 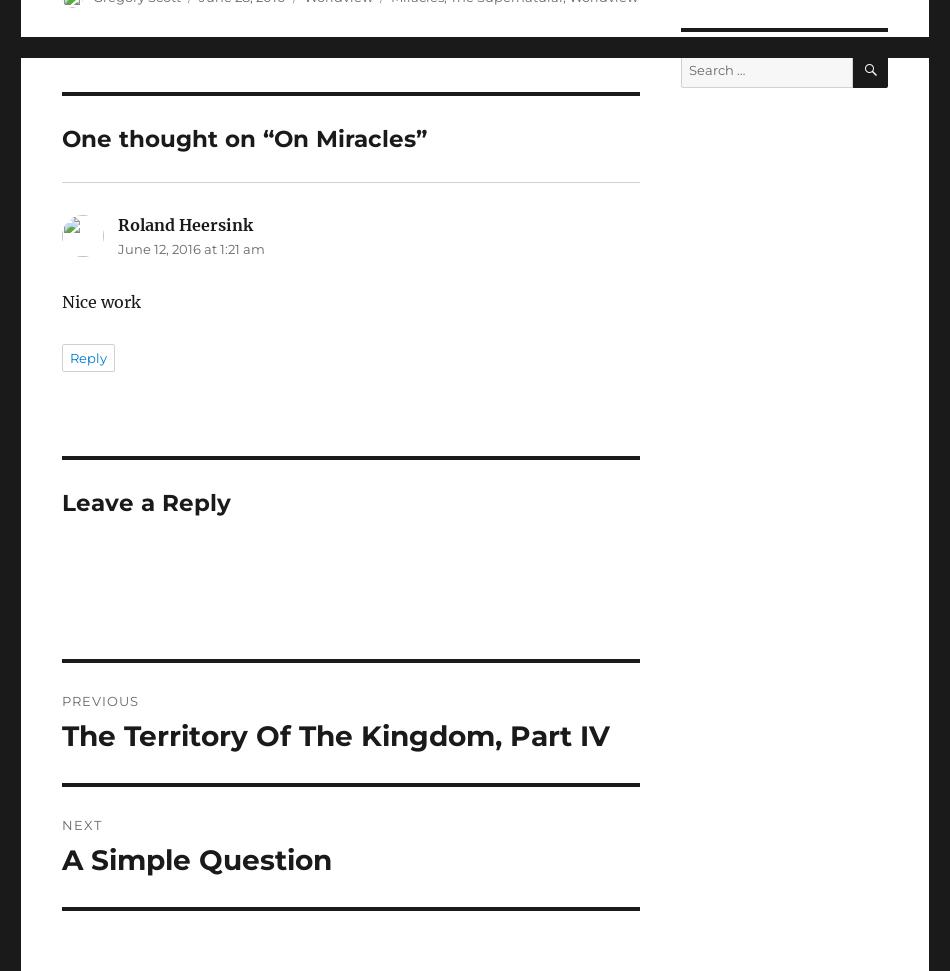 I want to click on 'The Territory Of The Kingdom, Part IV', so click(x=335, y=734).